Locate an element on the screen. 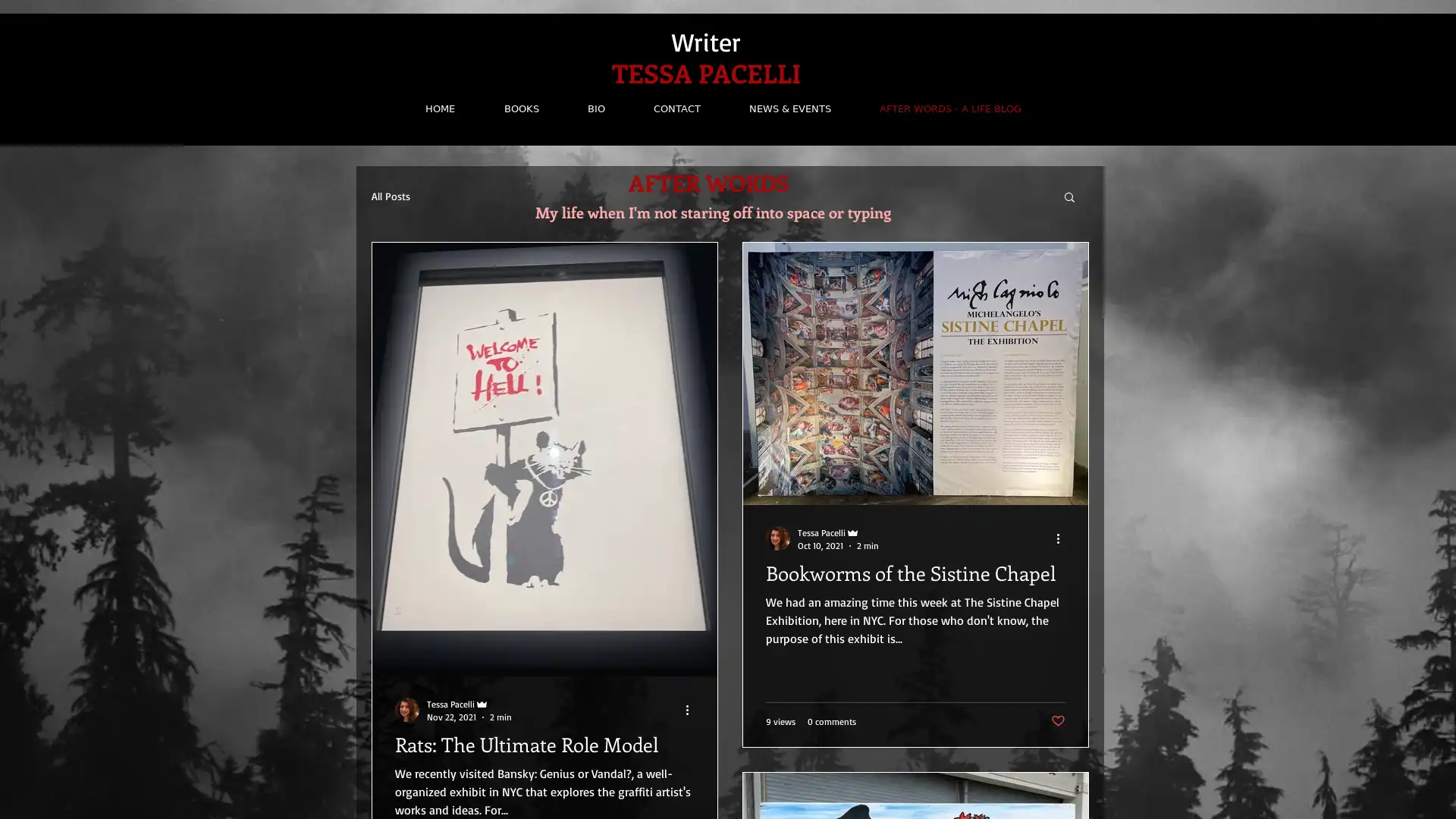  Post not marked as liked is located at coordinates (1057, 720).